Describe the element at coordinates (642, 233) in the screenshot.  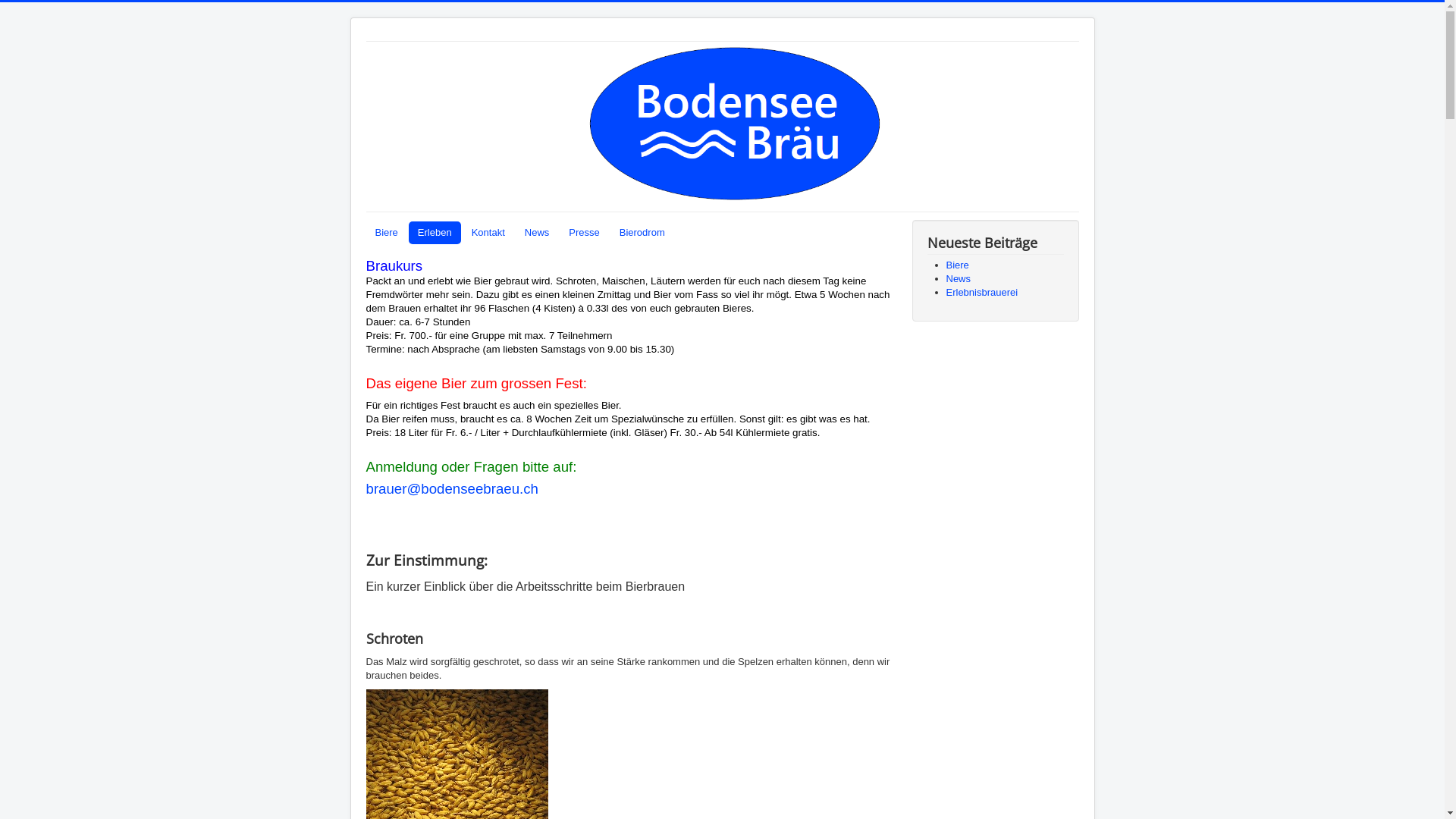
I see `'Bierodrom'` at that location.